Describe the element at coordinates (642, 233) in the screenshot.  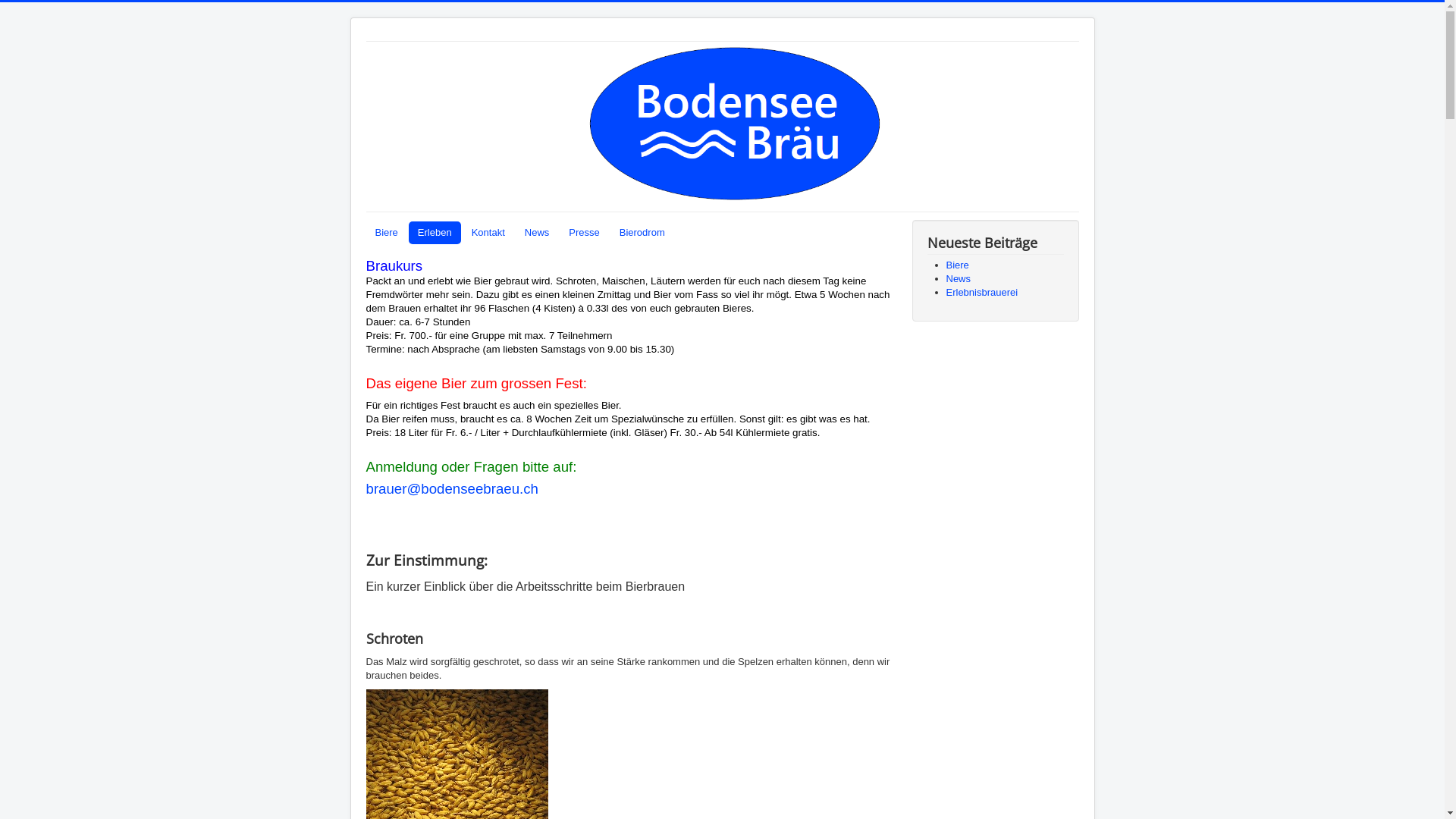
I see `'Bierodrom'` at that location.